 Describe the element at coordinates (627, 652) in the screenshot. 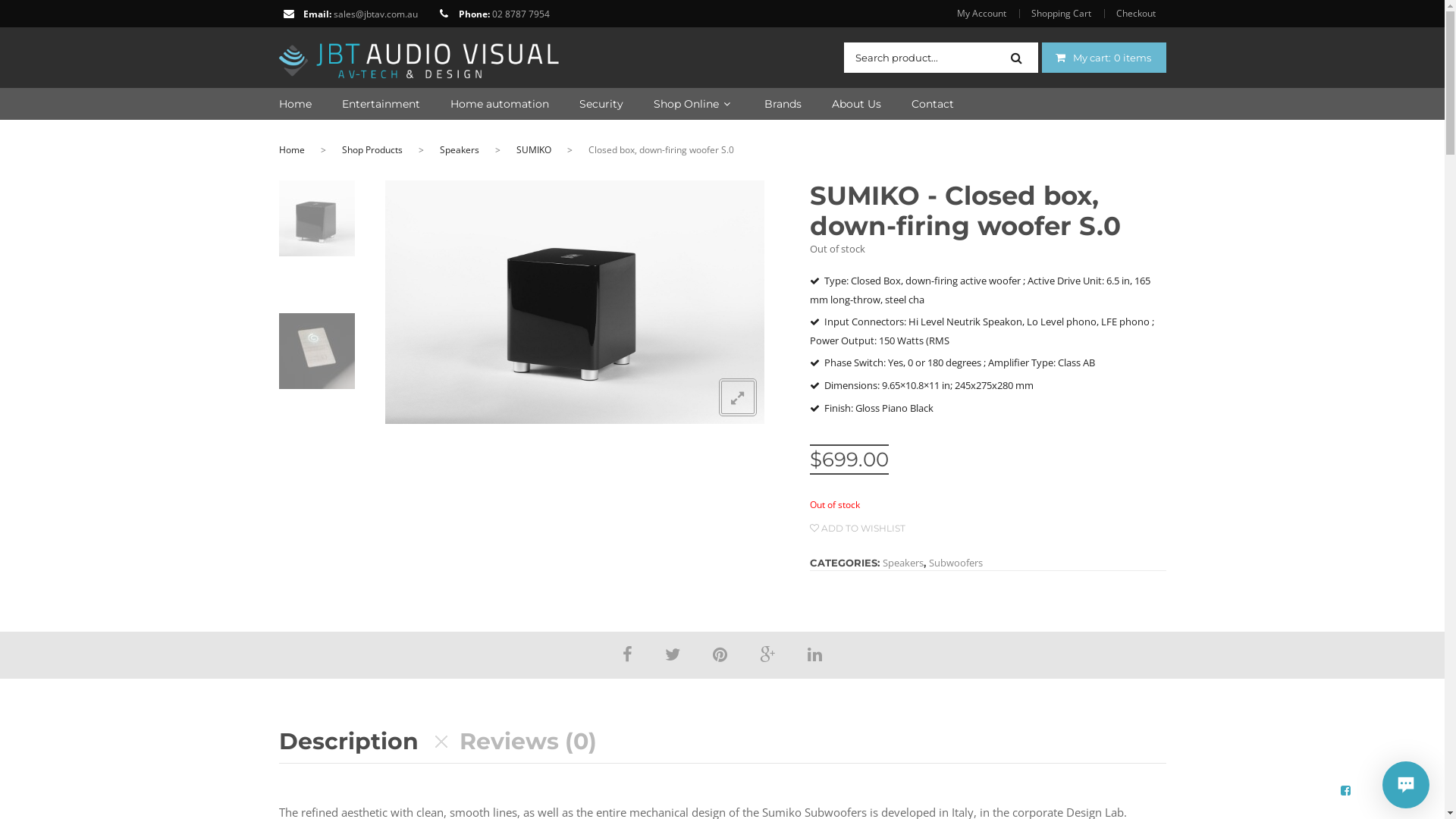

I see `'Facebook'` at that location.